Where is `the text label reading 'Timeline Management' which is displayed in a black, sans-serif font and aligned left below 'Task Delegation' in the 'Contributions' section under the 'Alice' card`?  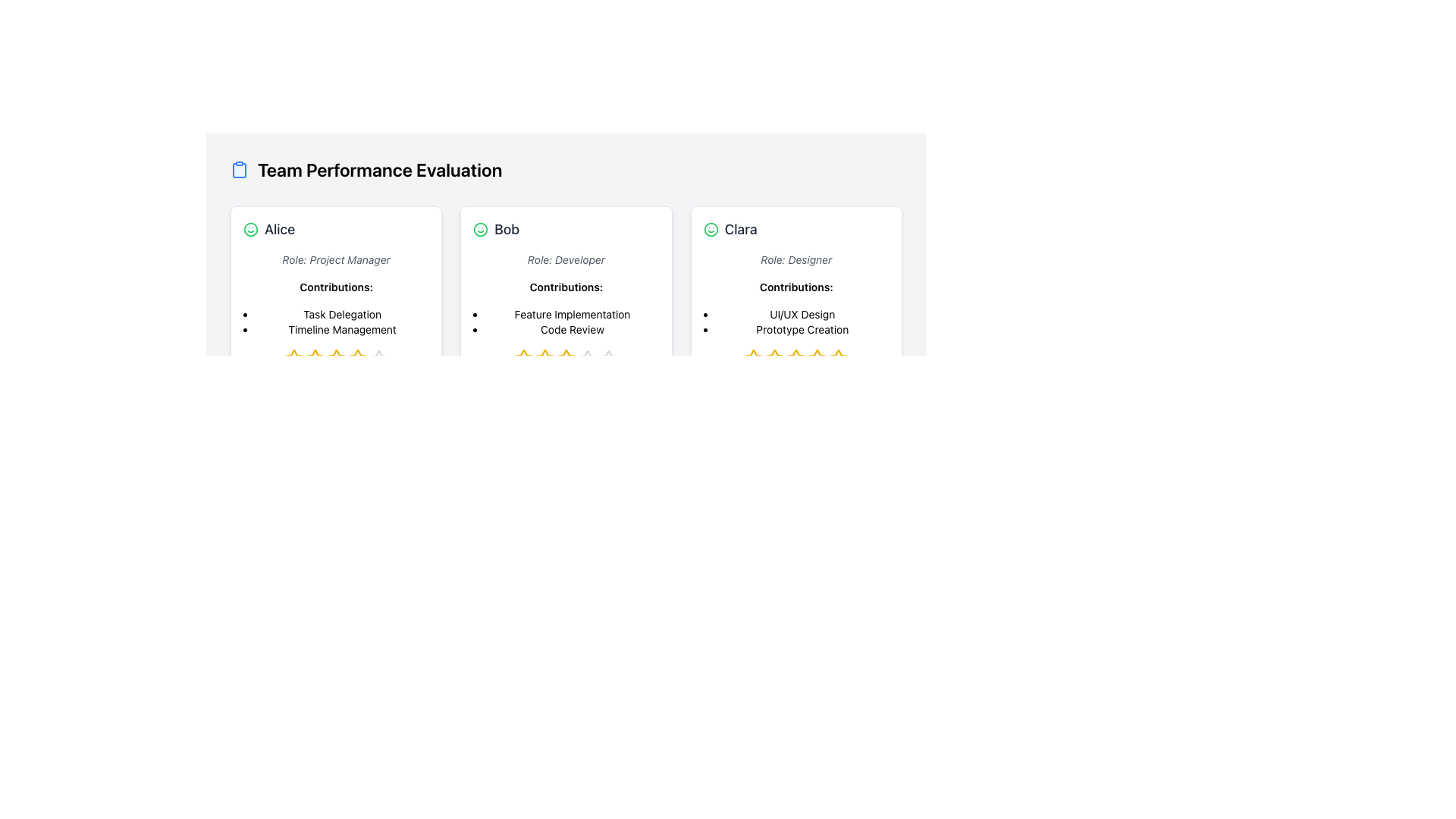 the text label reading 'Timeline Management' which is displayed in a black, sans-serif font and aligned left below 'Task Delegation' in the 'Contributions' section under the 'Alice' card is located at coordinates (341, 329).